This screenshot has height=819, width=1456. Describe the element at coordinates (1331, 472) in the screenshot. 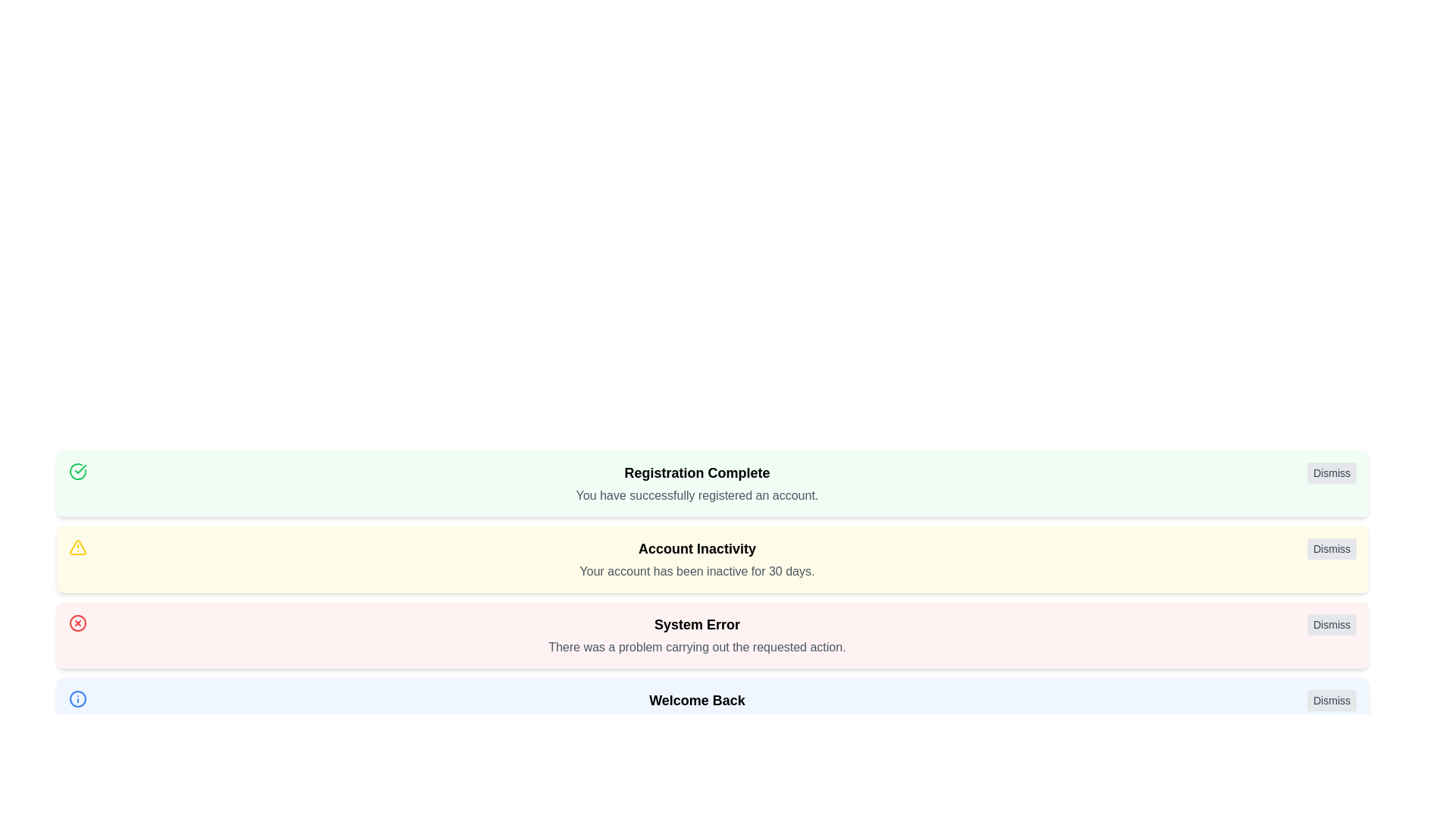

I see `the 'Dismiss' button located in the top-right corner of the green notification box to change its background color` at that location.